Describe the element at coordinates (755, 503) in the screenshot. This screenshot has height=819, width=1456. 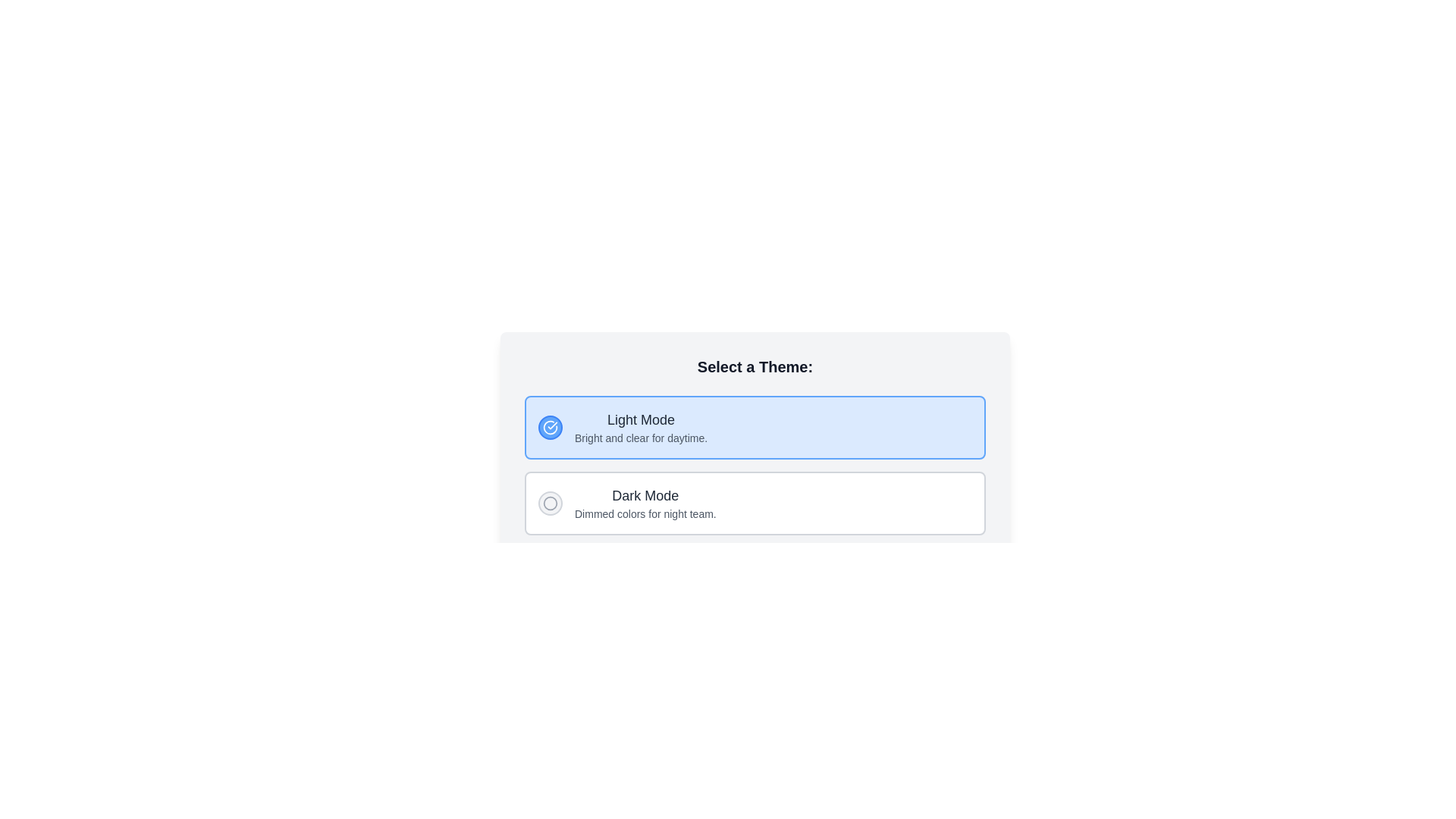
I see `to select the 'Dark Mode' theme from the selectable option card, which is the second option in the vertical selection panel under the title 'Select a Theme:'` at that location.